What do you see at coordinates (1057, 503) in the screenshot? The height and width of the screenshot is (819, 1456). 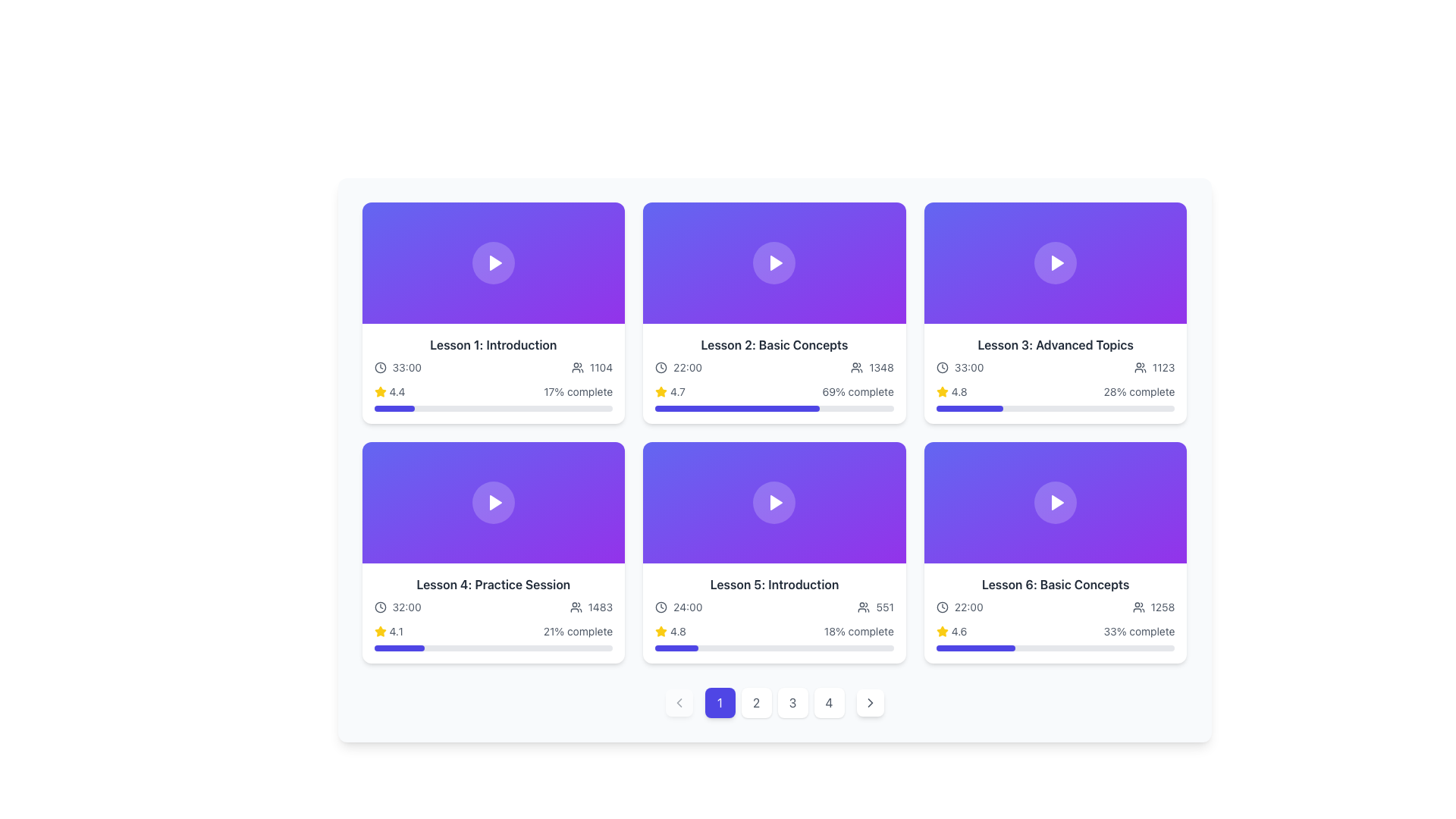 I see `the triangular play icon within the sixth lesson card ('Lesson 6: Basic Concepts')` at bounding box center [1057, 503].